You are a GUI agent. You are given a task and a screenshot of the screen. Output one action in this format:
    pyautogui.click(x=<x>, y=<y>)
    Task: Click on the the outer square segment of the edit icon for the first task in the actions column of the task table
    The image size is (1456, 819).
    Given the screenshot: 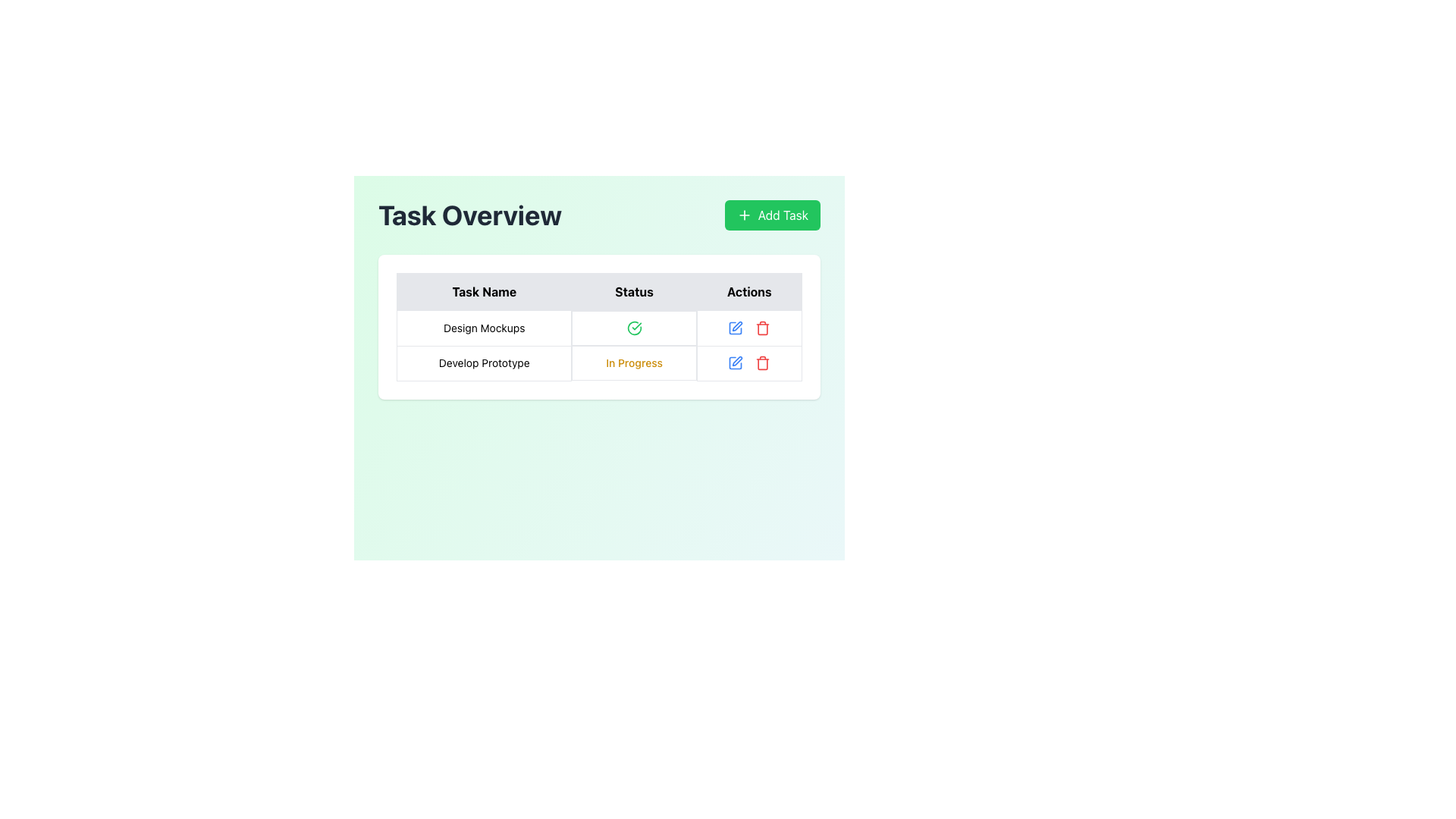 What is the action you would take?
    pyautogui.click(x=736, y=327)
    